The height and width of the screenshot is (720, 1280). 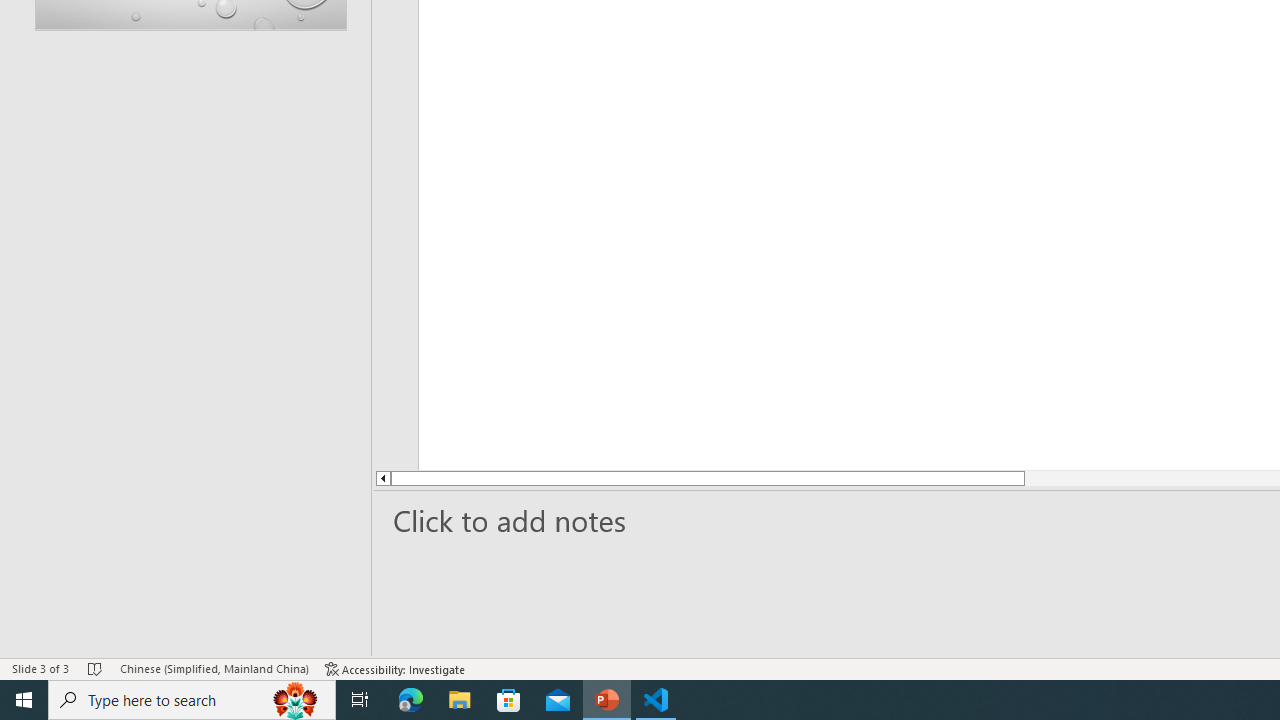 I want to click on 'Page Number Screen 1 of 1 ', so click(x=62, y=640).